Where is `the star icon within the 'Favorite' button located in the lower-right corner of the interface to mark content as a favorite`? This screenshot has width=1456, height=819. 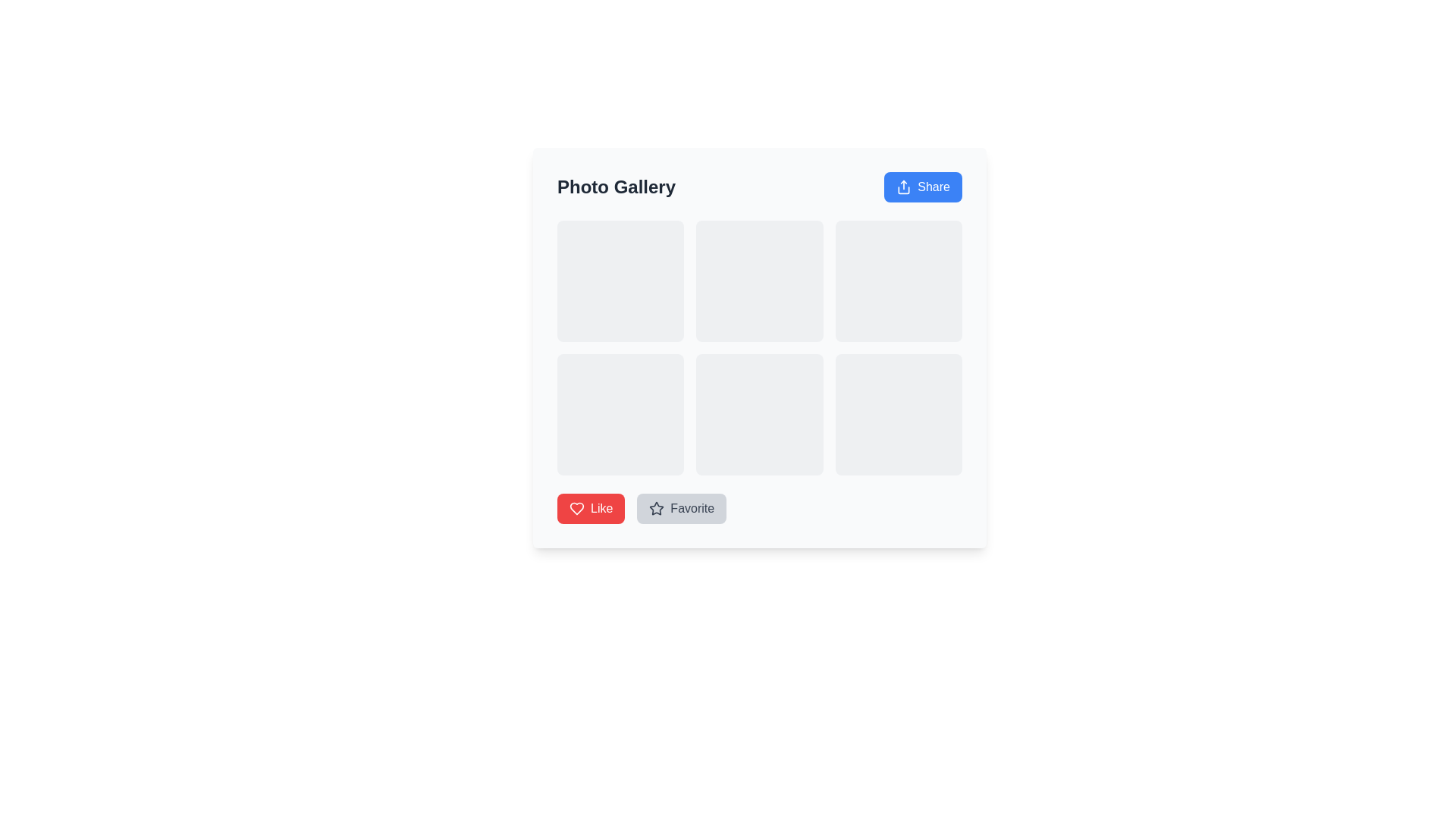 the star icon within the 'Favorite' button located in the lower-right corner of the interface to mark content as a favorite is located at coordinates (656, 509).